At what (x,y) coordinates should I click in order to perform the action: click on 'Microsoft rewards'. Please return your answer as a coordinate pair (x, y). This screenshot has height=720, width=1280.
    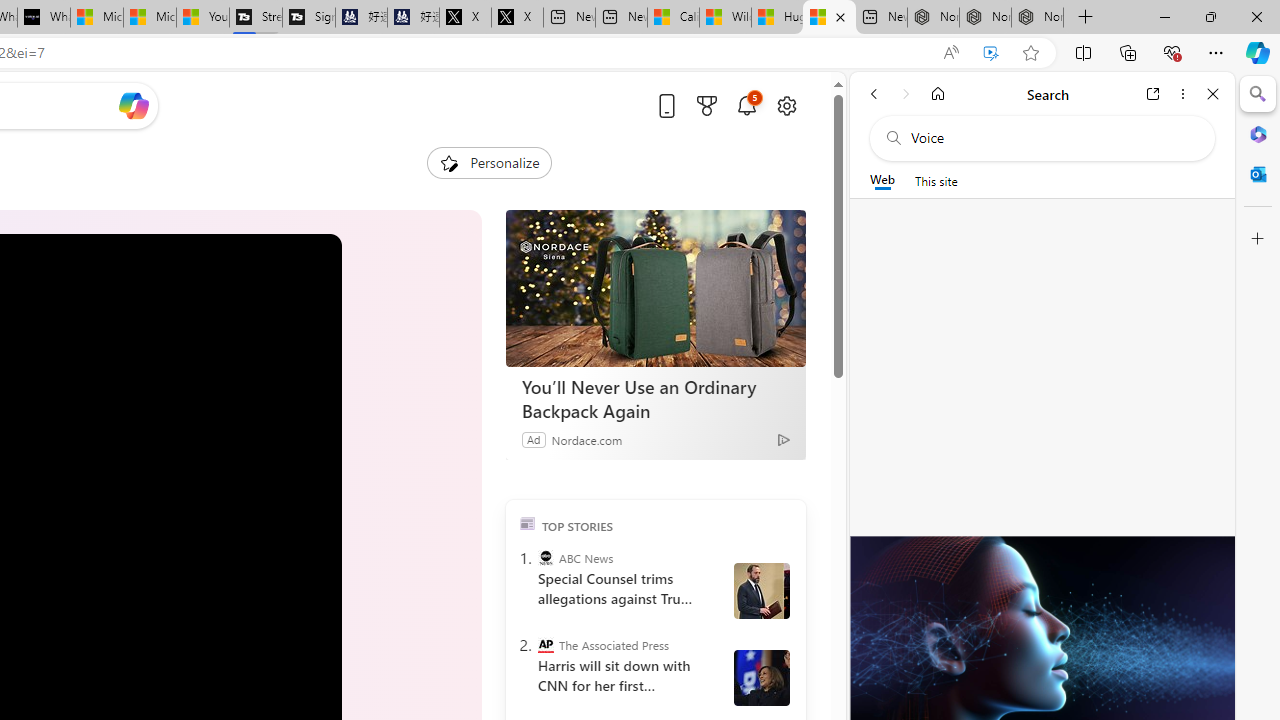
    Looking at the image, I should click on (707, 105).